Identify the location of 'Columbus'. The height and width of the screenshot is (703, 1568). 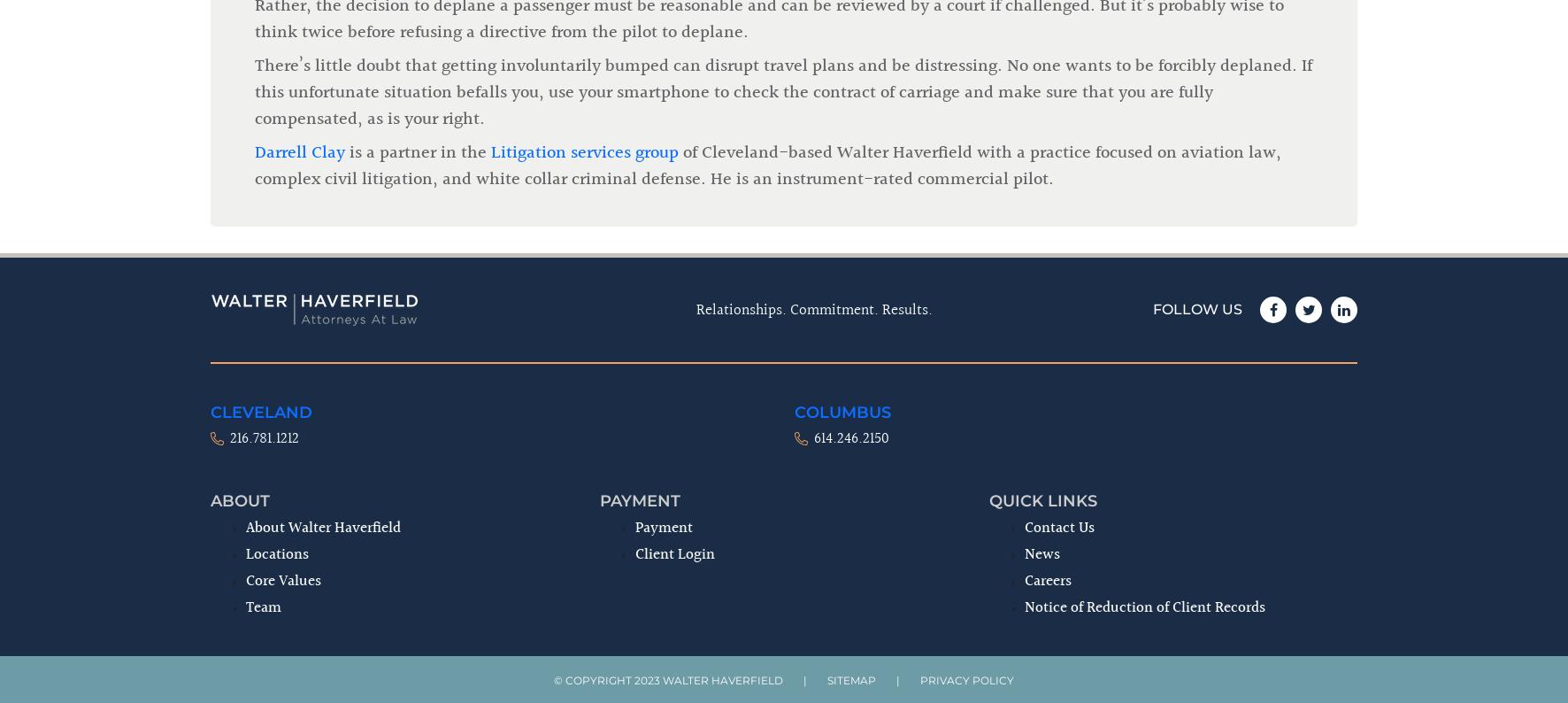
(842, 119).